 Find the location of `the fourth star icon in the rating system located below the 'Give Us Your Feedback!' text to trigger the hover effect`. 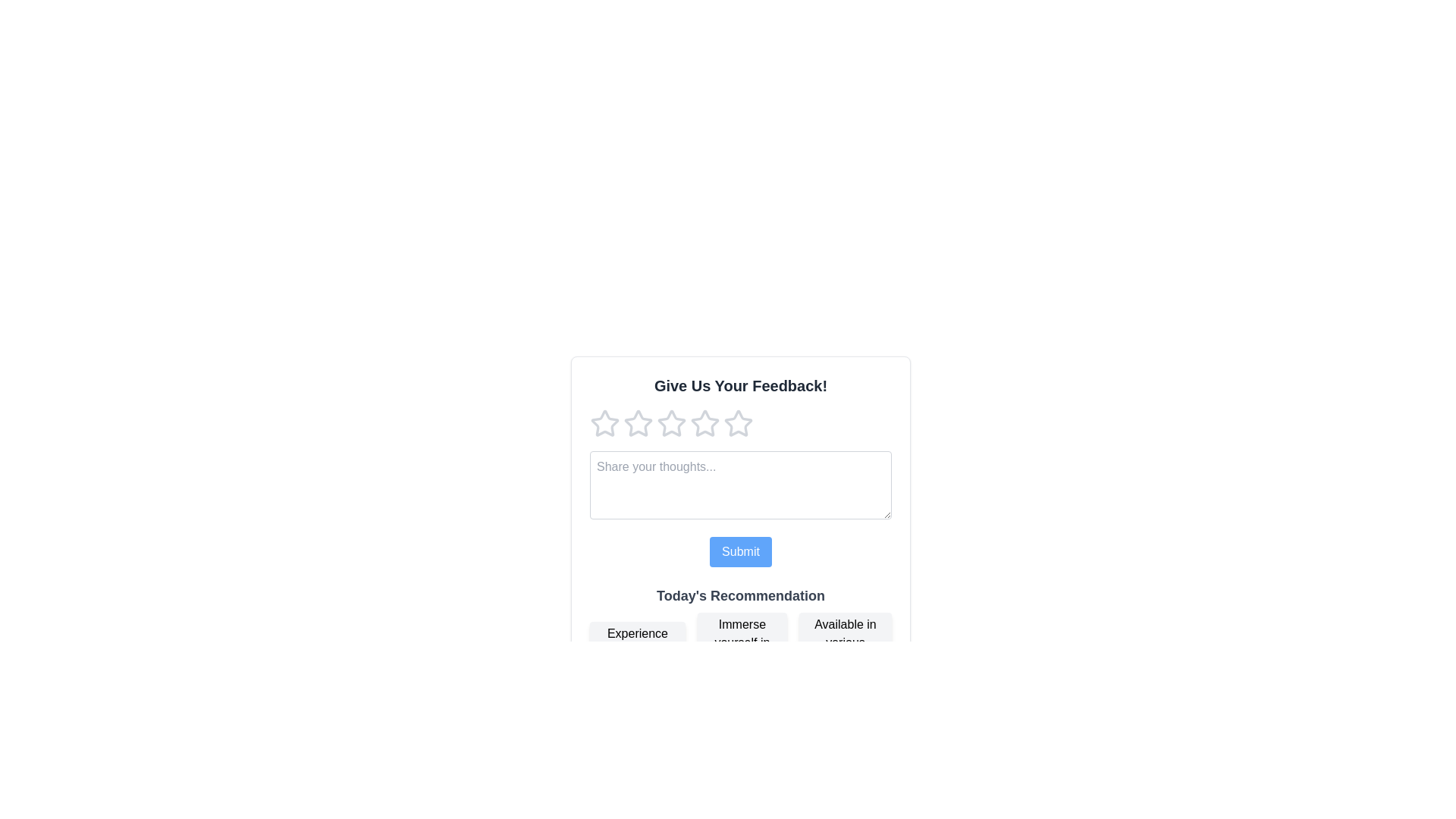

the fourth star icon in the rating system located below the 'Give Us Your Feedback!' text to trigger the hover effect is located at coordinates (739, 423).